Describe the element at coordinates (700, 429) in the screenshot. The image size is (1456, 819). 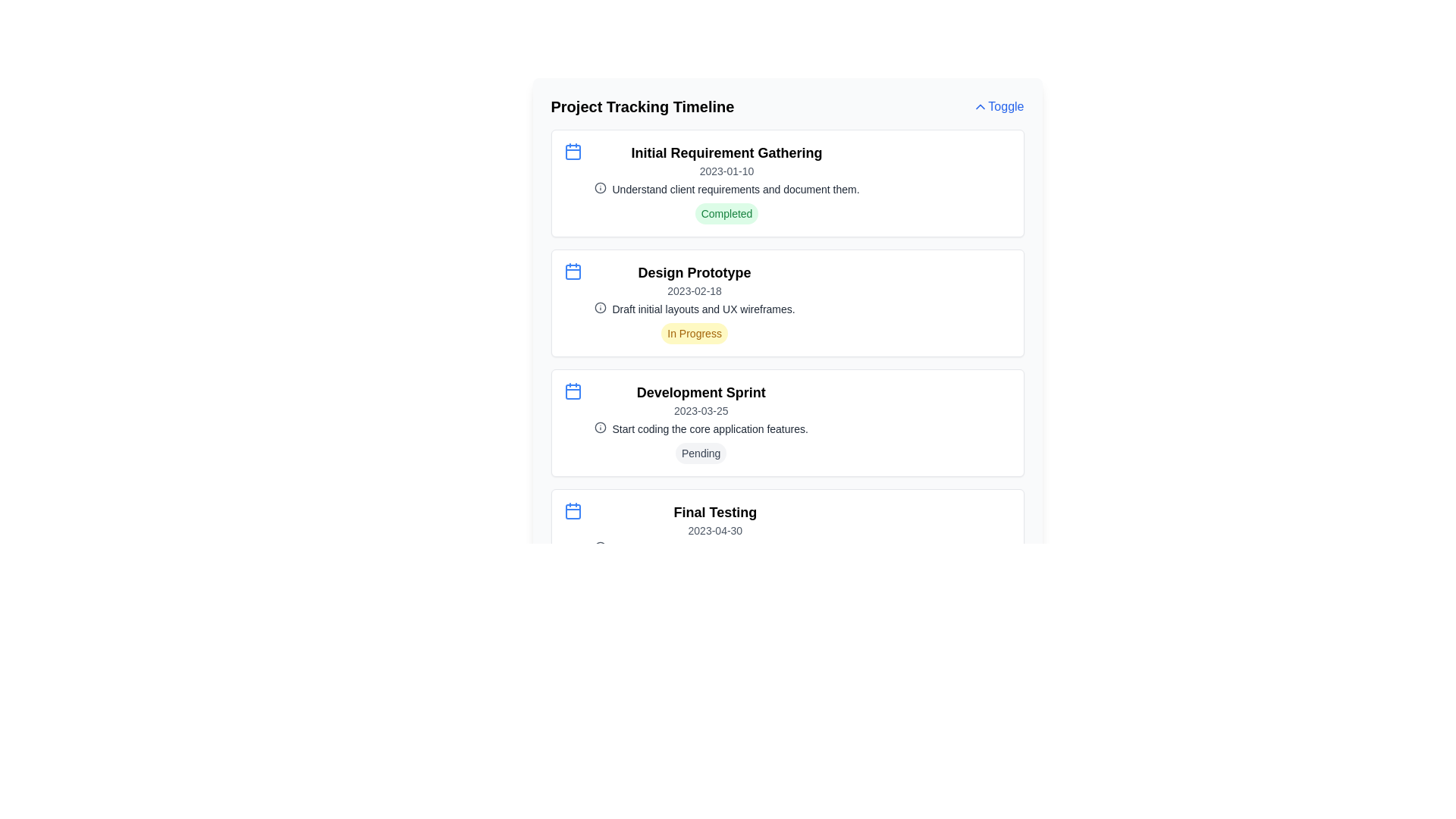
I see `the text element that provides a description or instruction related to the 'Development Sprint' task, located as the third item in a vertical list within the project tracking interface` at that location.